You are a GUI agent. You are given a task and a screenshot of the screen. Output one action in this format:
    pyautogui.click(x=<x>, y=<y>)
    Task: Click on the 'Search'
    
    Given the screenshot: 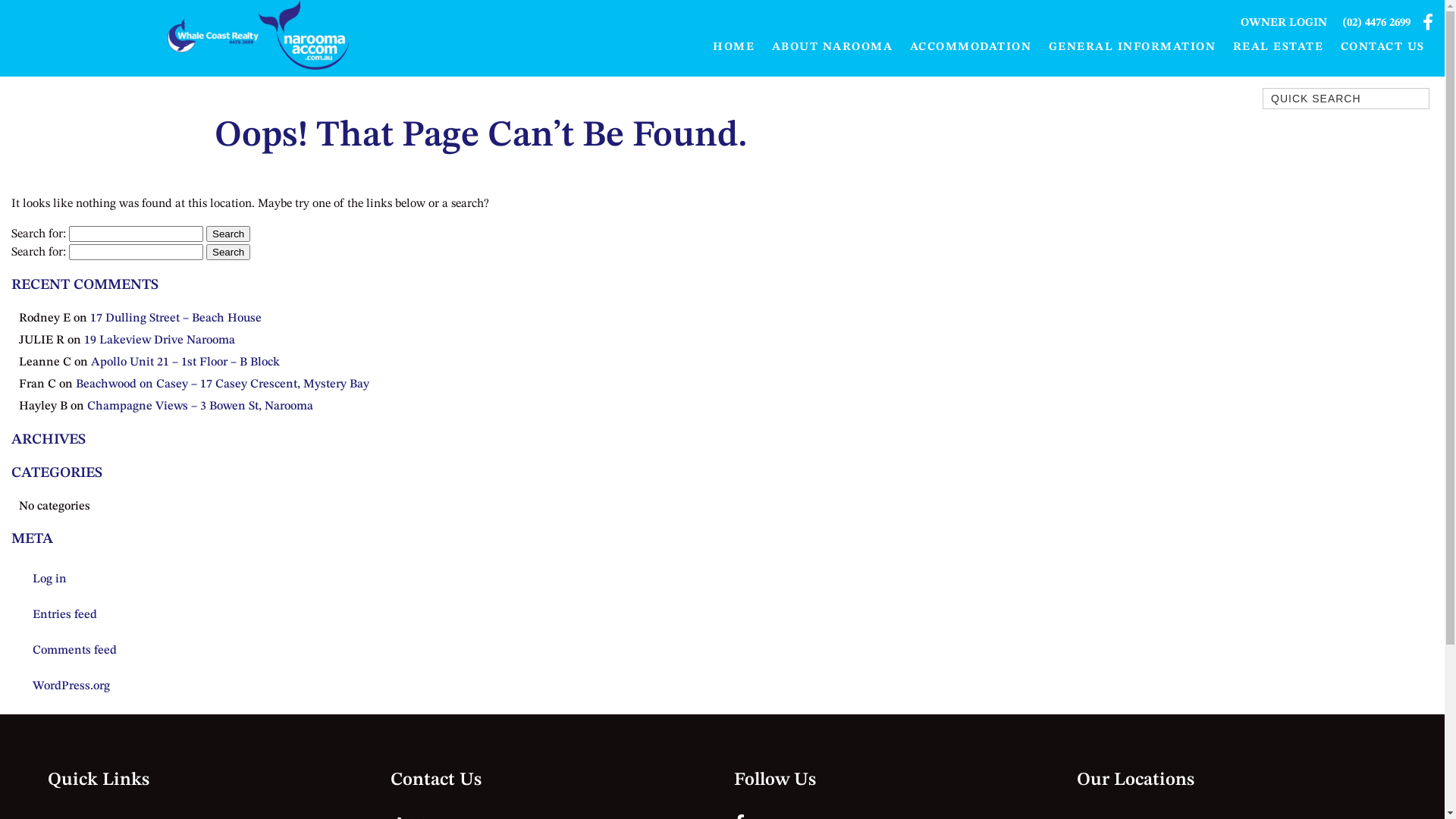 What is the action you would take?
    pyautogui.click(x=227, y=234)
    